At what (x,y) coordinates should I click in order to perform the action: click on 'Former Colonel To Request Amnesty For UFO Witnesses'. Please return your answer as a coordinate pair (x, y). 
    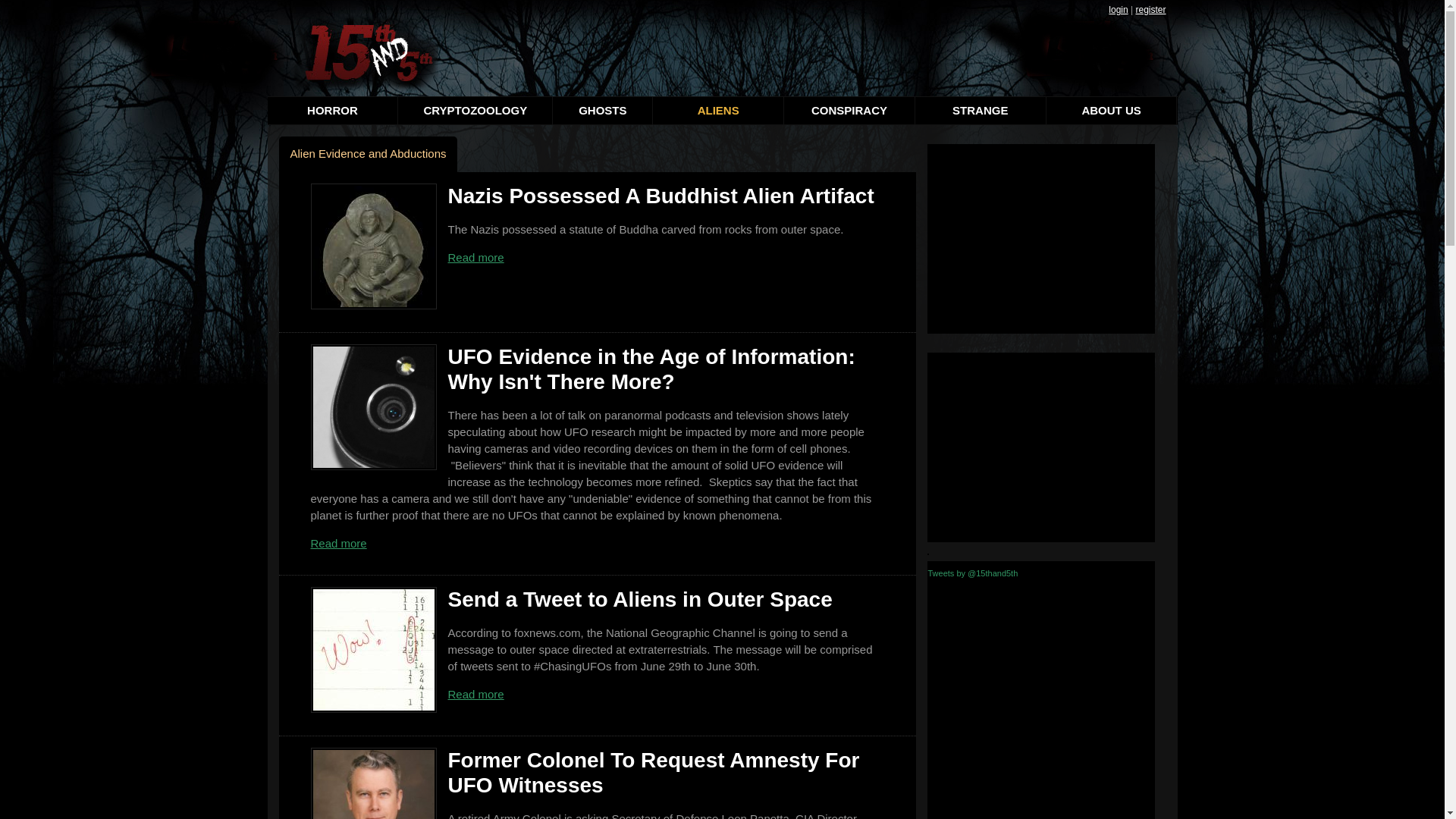
    Looking at the image, I should click on (653, 772).